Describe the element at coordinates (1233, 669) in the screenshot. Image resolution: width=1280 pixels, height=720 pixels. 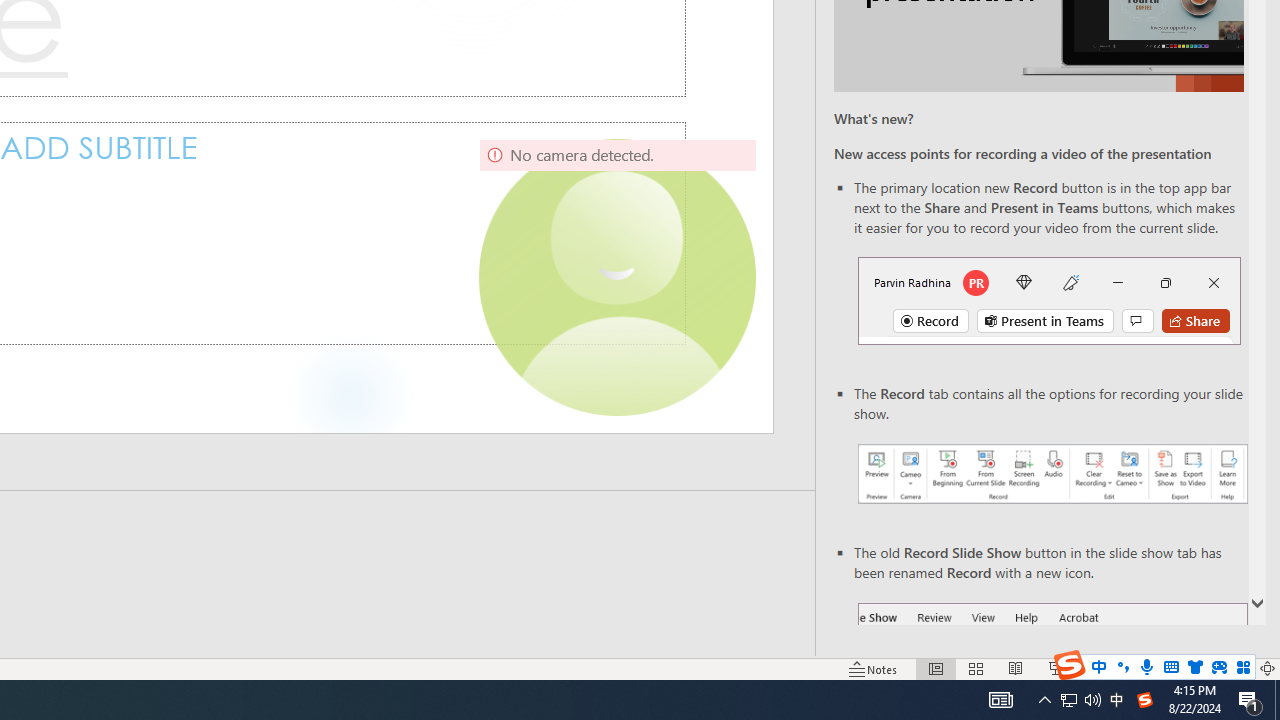
I see `'Zoom 131%'` at that location.